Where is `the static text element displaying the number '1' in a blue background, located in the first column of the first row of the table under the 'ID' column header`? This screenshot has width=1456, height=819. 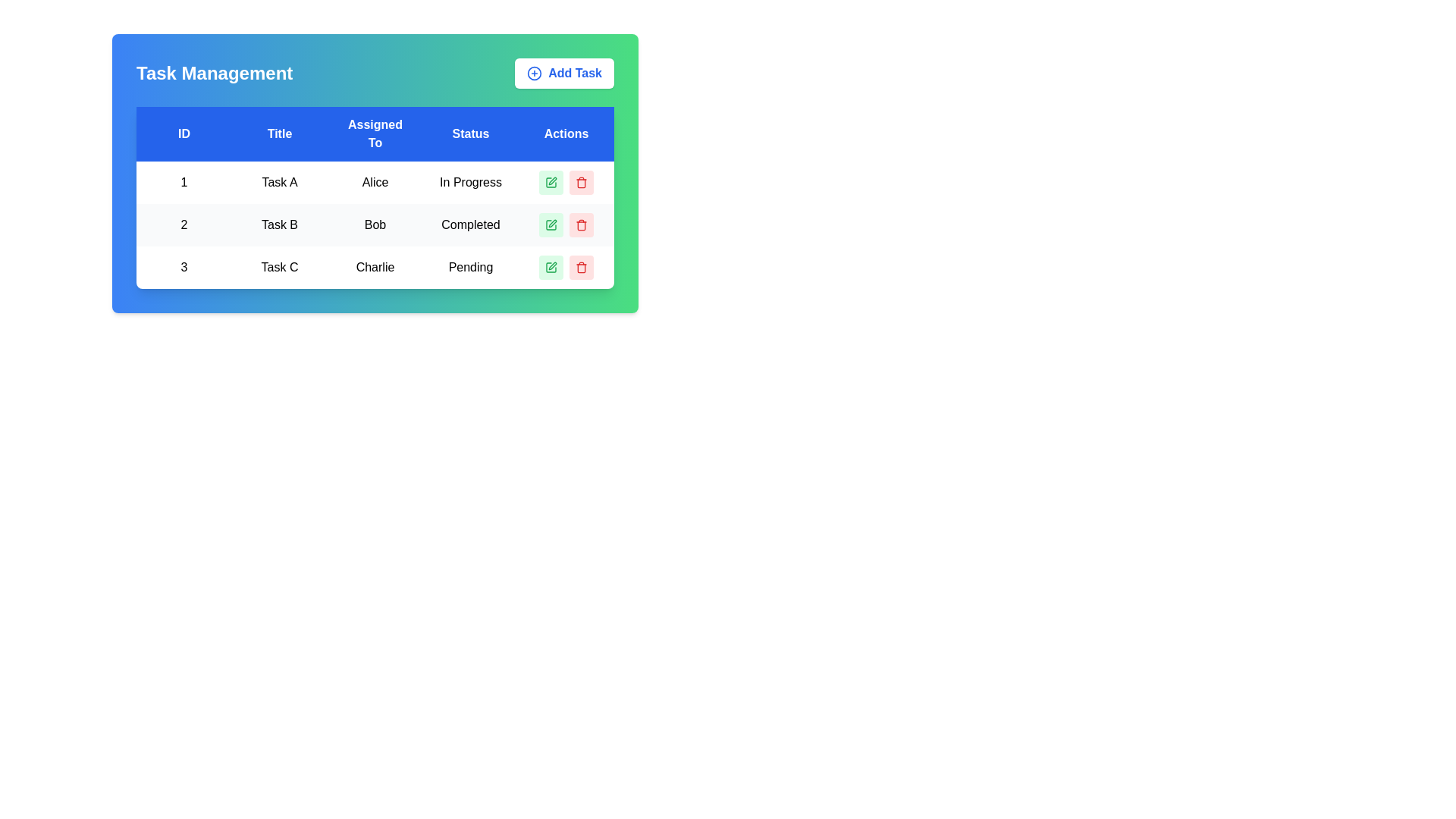
the static text element displaying the number '1' in a blue background, located in the first column of the first row of the table under the 'ID' column header is located at coordinates (184, 181).